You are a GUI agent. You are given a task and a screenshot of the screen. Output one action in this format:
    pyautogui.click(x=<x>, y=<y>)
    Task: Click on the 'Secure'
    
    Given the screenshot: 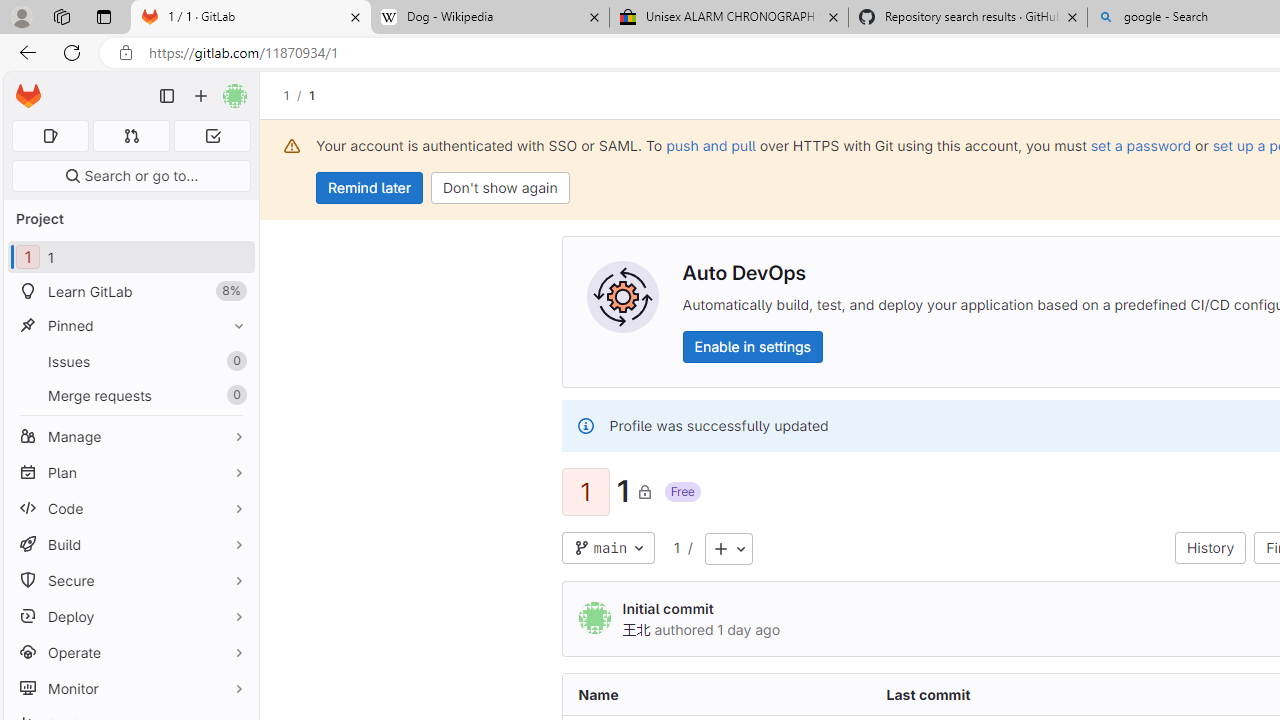 What is the action you would take?
    pyautogui.click(x=130, y=580)
    